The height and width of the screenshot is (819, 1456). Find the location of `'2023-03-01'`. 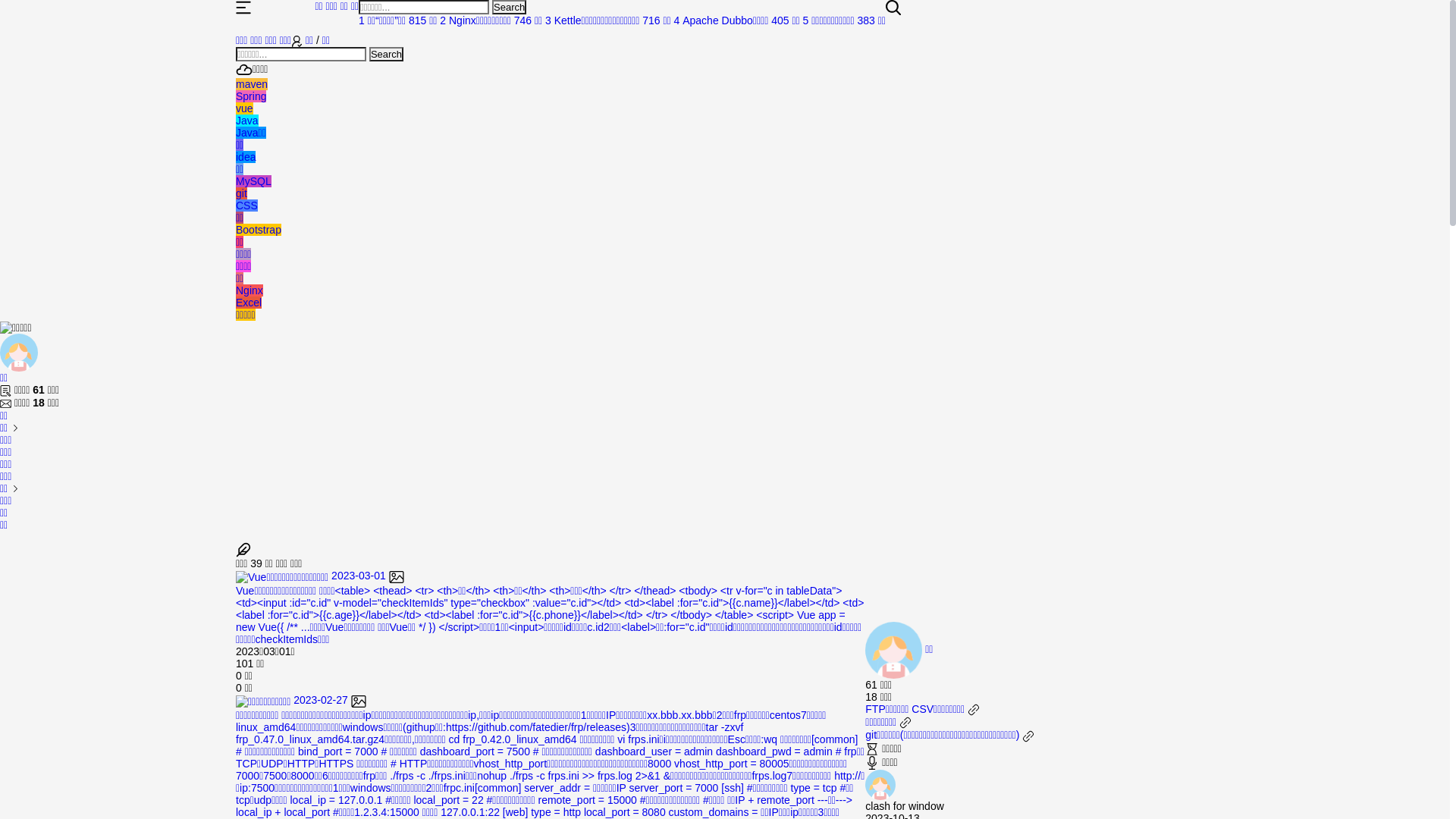

'2023-03-01' is located at coordinates (319, 576).